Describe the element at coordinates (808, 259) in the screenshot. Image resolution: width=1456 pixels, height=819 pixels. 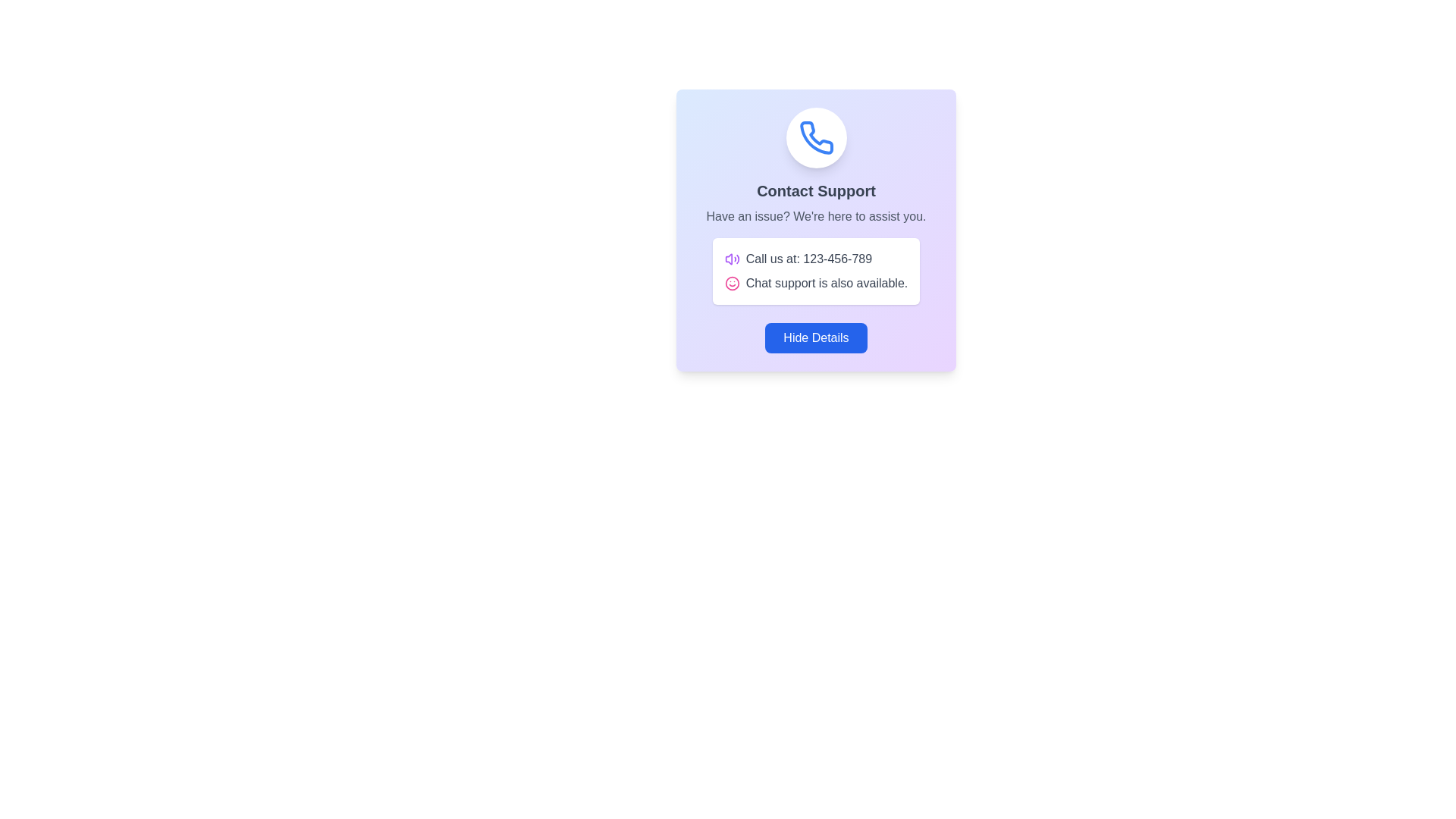
I see `the contact phone number located in the 'Contact Support' section, which is positioned below the header and icon, and to the right of a loudspeaker icon` at that location.